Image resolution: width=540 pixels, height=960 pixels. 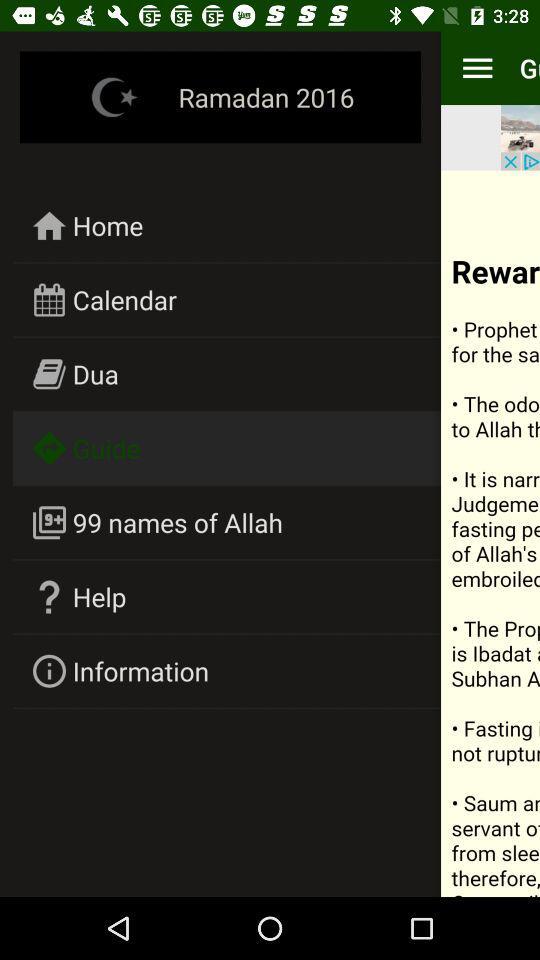 What do you see at coordinates (94, 373) in the screenshot?
I see `the item above guide` at bounding box center [94, 373].